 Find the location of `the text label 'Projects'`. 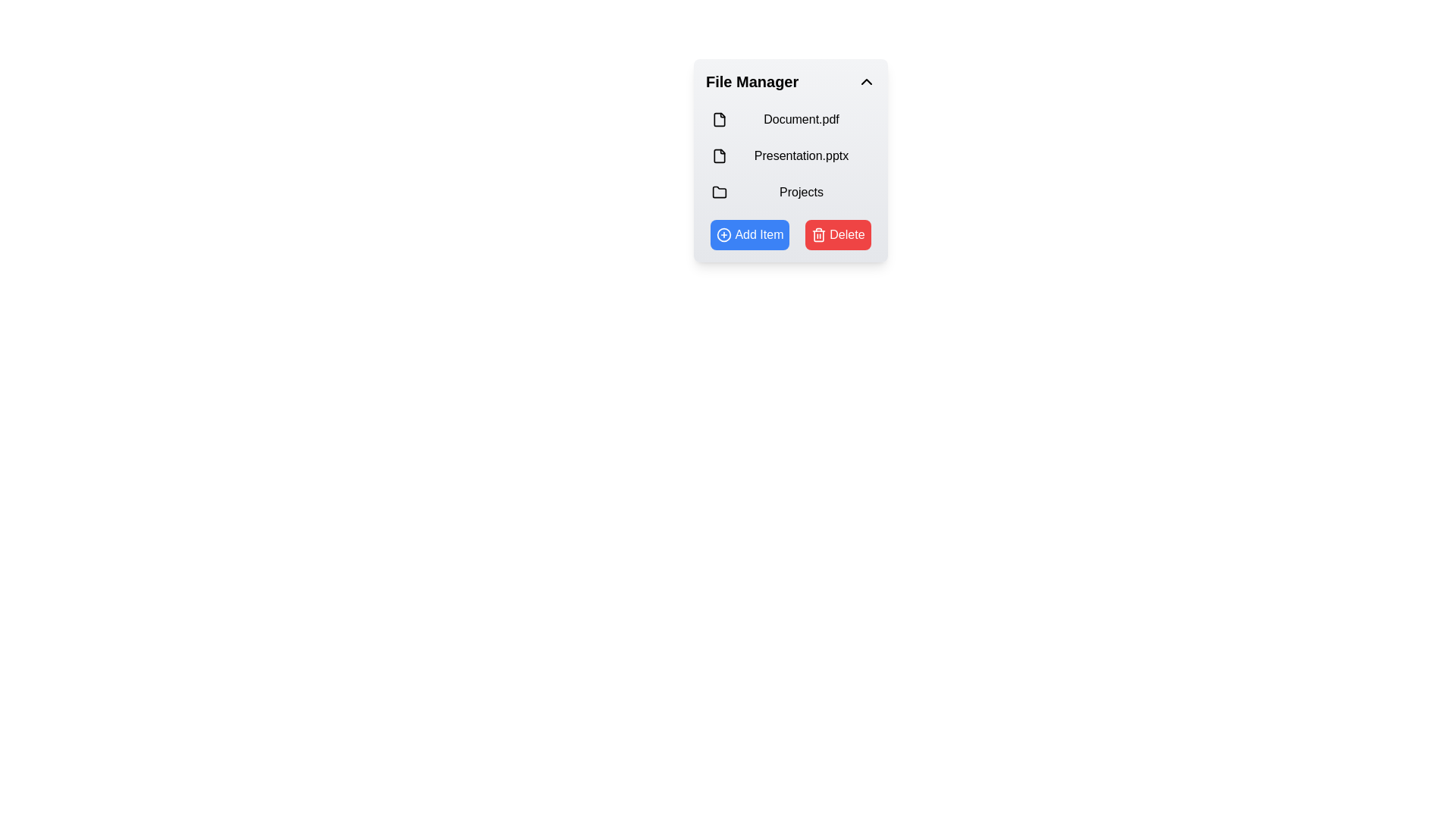

the text label 'Projects' is located at coordinates (800, 192).